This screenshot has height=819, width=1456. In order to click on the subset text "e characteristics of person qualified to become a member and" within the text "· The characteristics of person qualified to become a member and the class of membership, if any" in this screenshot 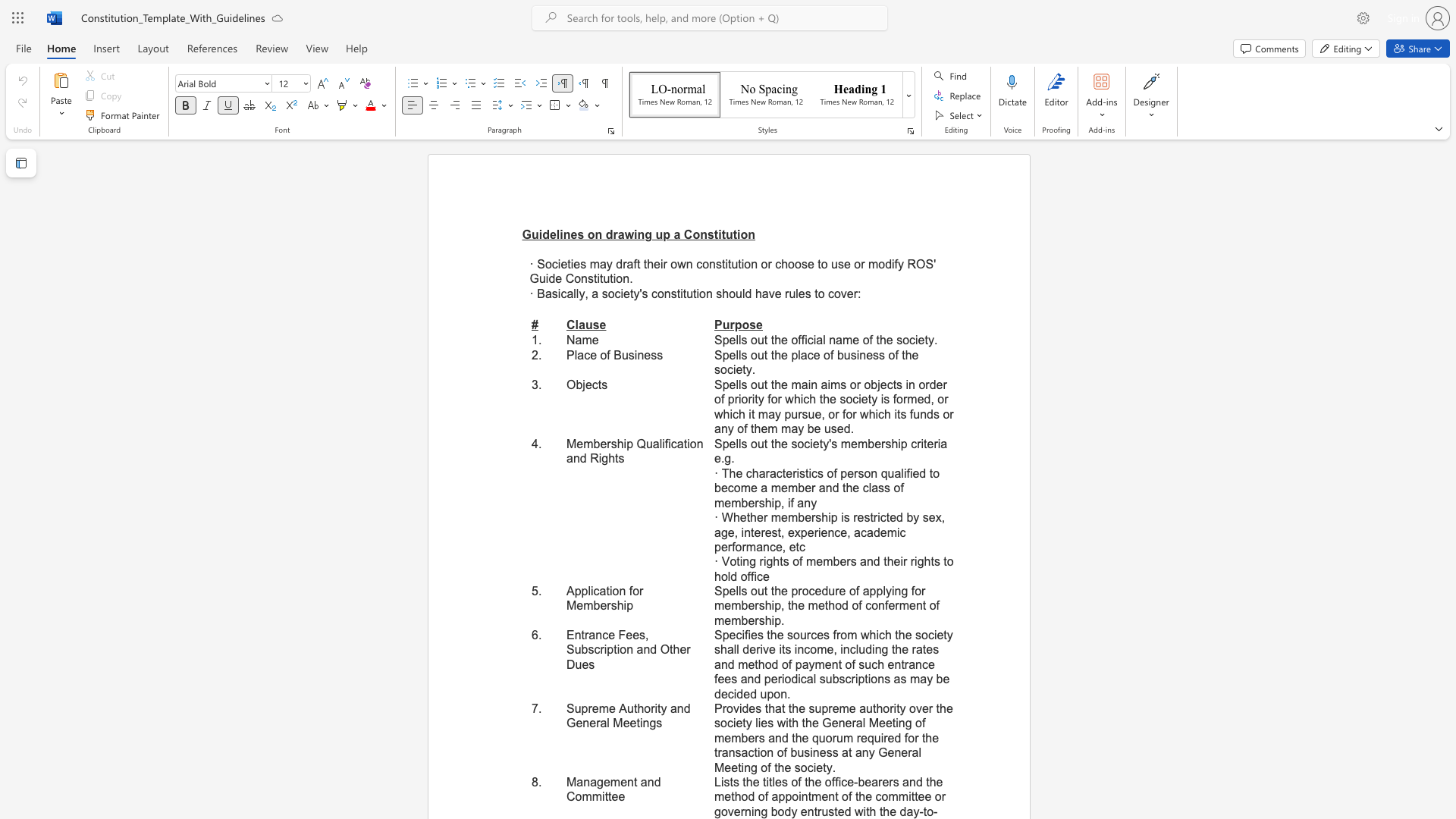, I will do `click(736, 472)`.